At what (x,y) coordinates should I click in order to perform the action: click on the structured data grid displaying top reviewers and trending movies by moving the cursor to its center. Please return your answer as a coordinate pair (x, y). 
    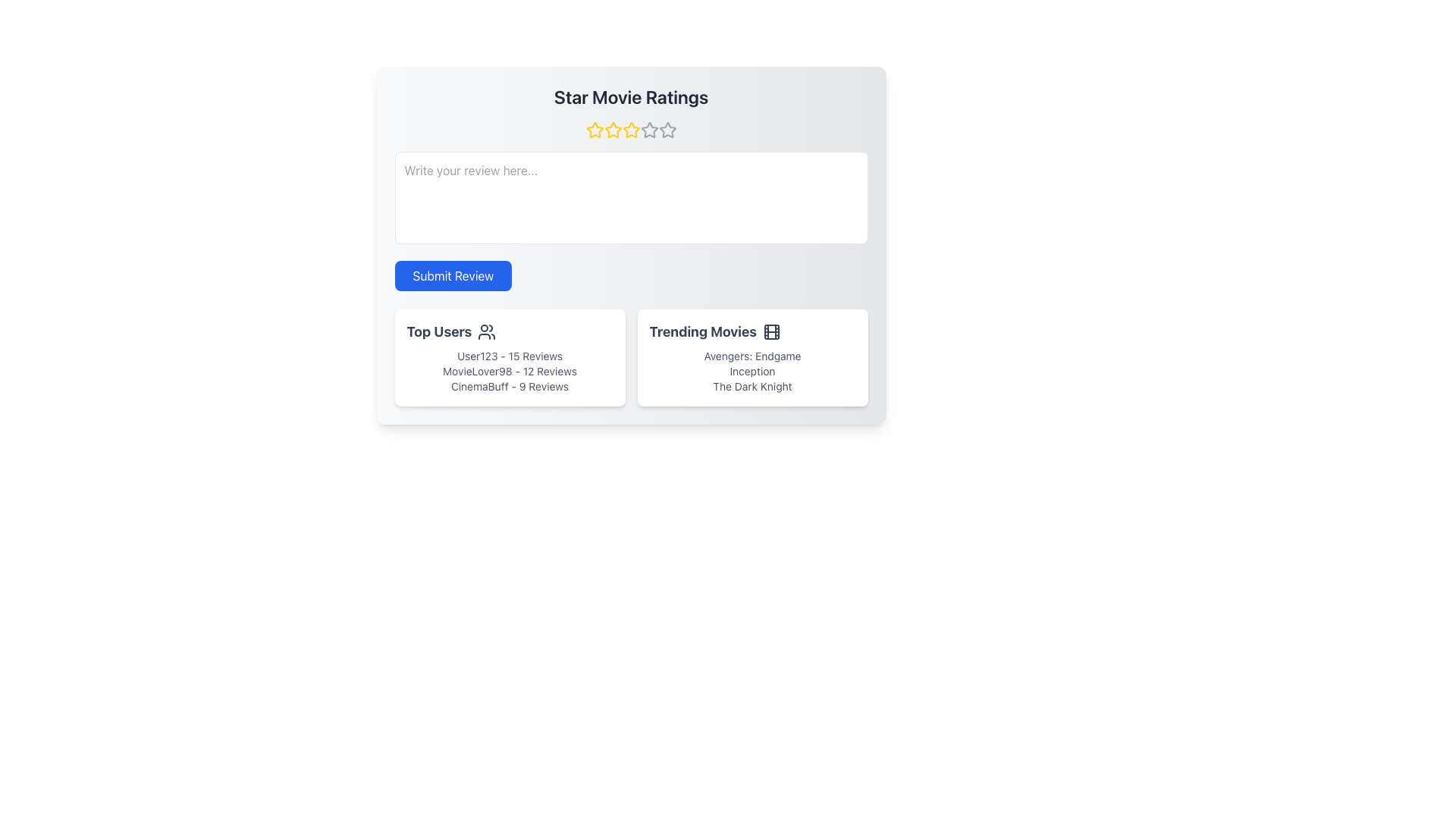
    Looking at the image, I should click on (631, 357).